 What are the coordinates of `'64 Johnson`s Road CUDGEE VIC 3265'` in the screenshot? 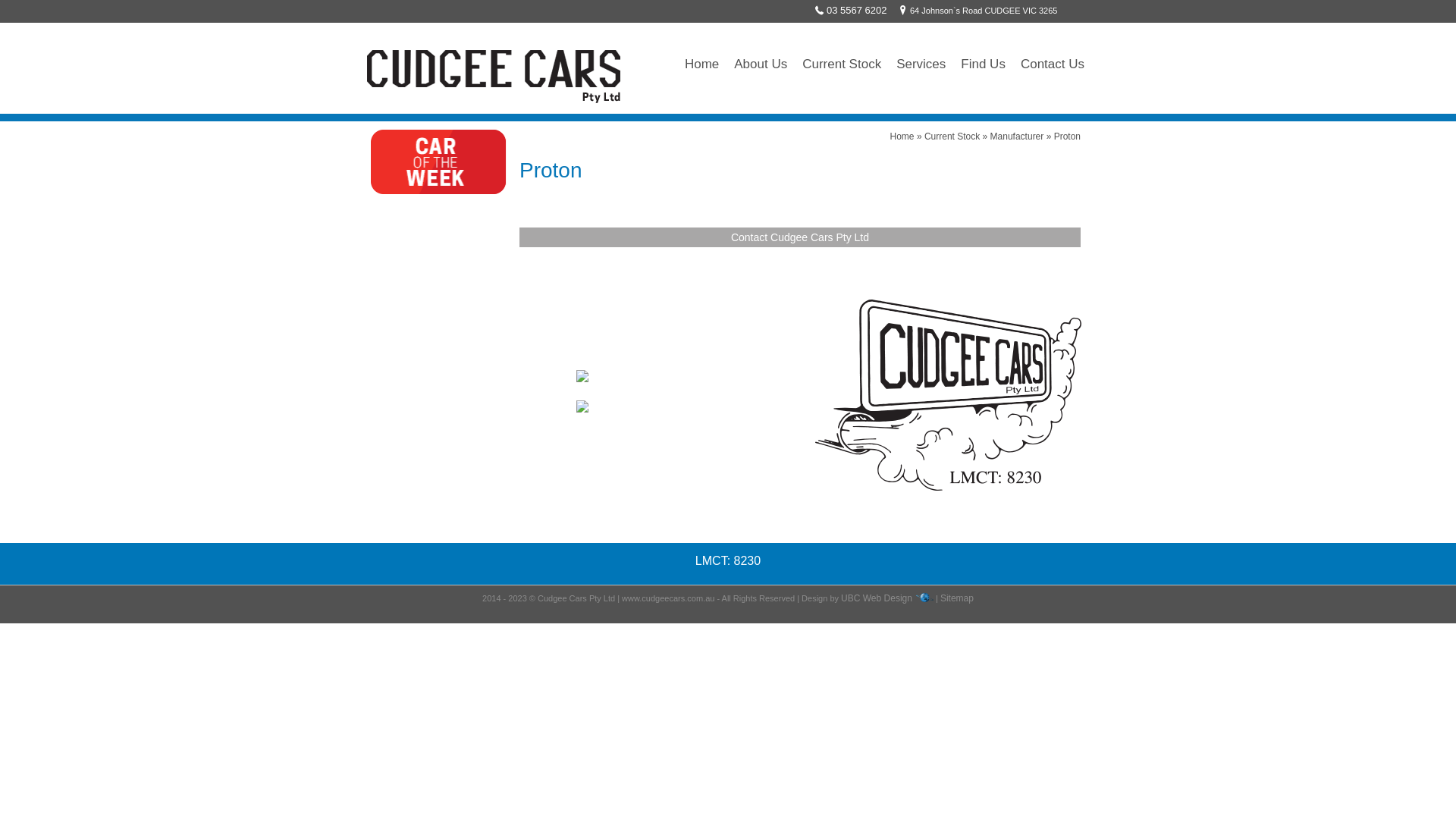 It's located at (975, 11).